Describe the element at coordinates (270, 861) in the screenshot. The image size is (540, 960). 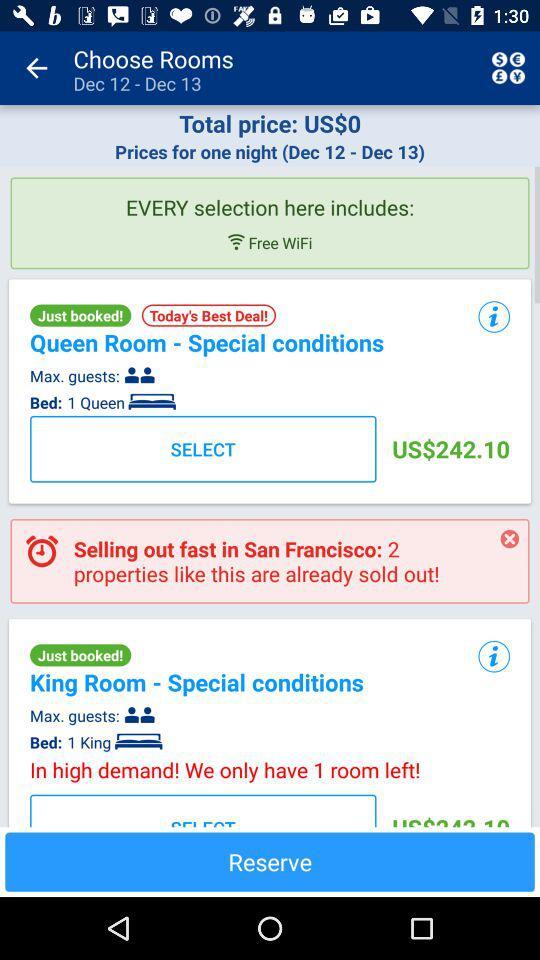
I see `the app below the select item` at that location.